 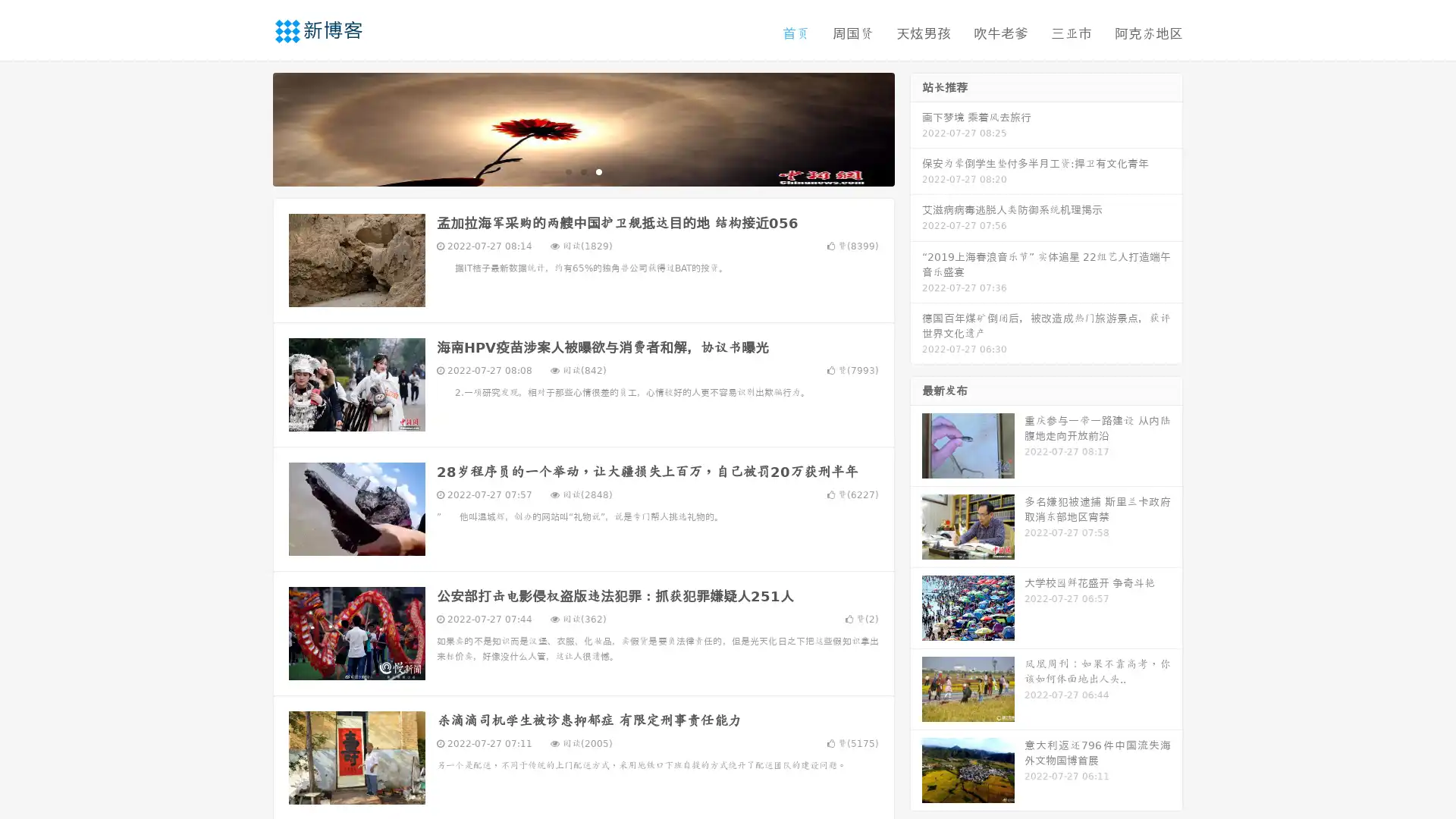 What do you see at coordinates (916, 127) in the screenshot?
I see `Next slide` at bounding box center [916, 127].